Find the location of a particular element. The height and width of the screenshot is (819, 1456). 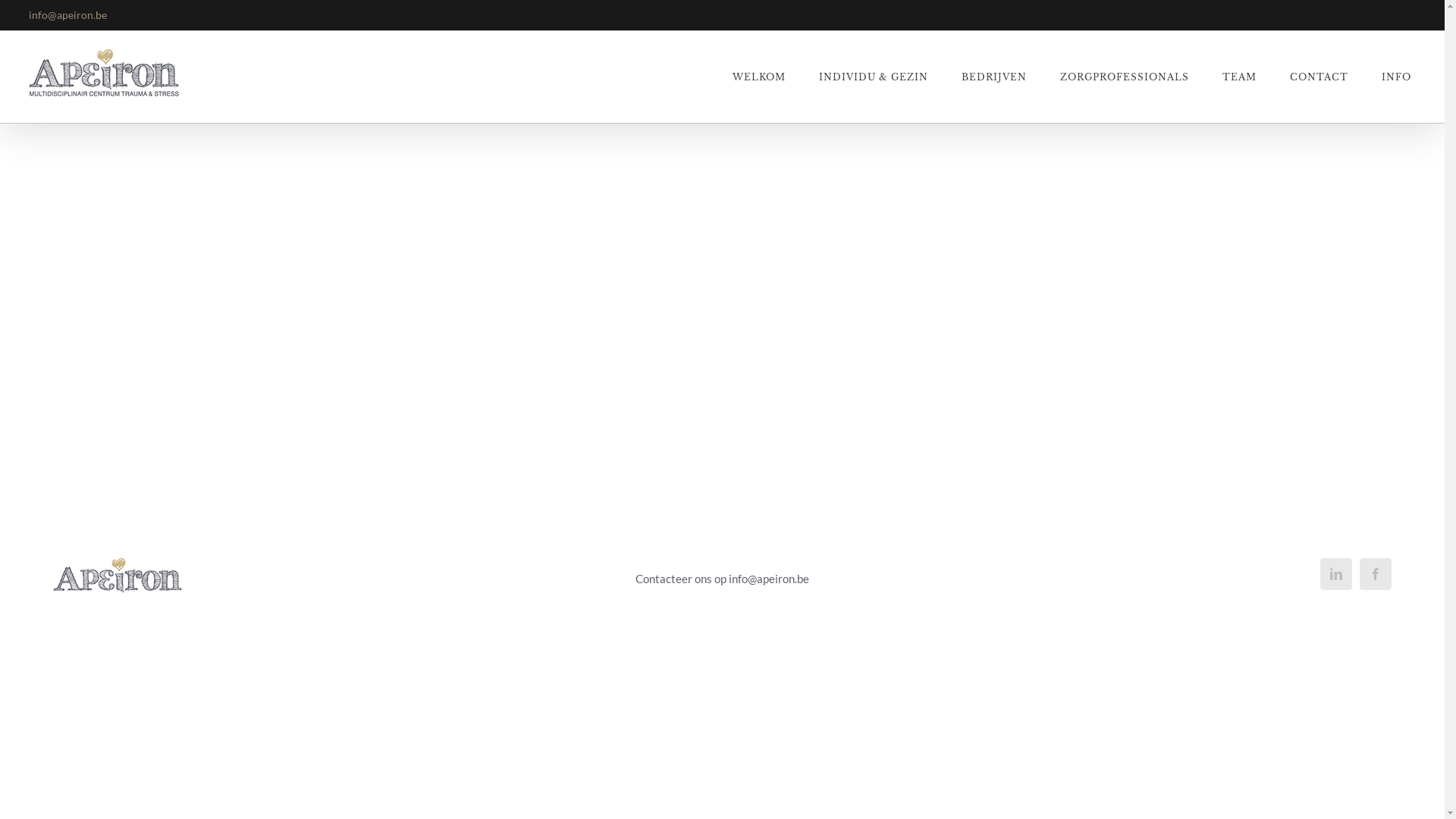

'BEDRIJVEN' is located at coordinates (993, 77).